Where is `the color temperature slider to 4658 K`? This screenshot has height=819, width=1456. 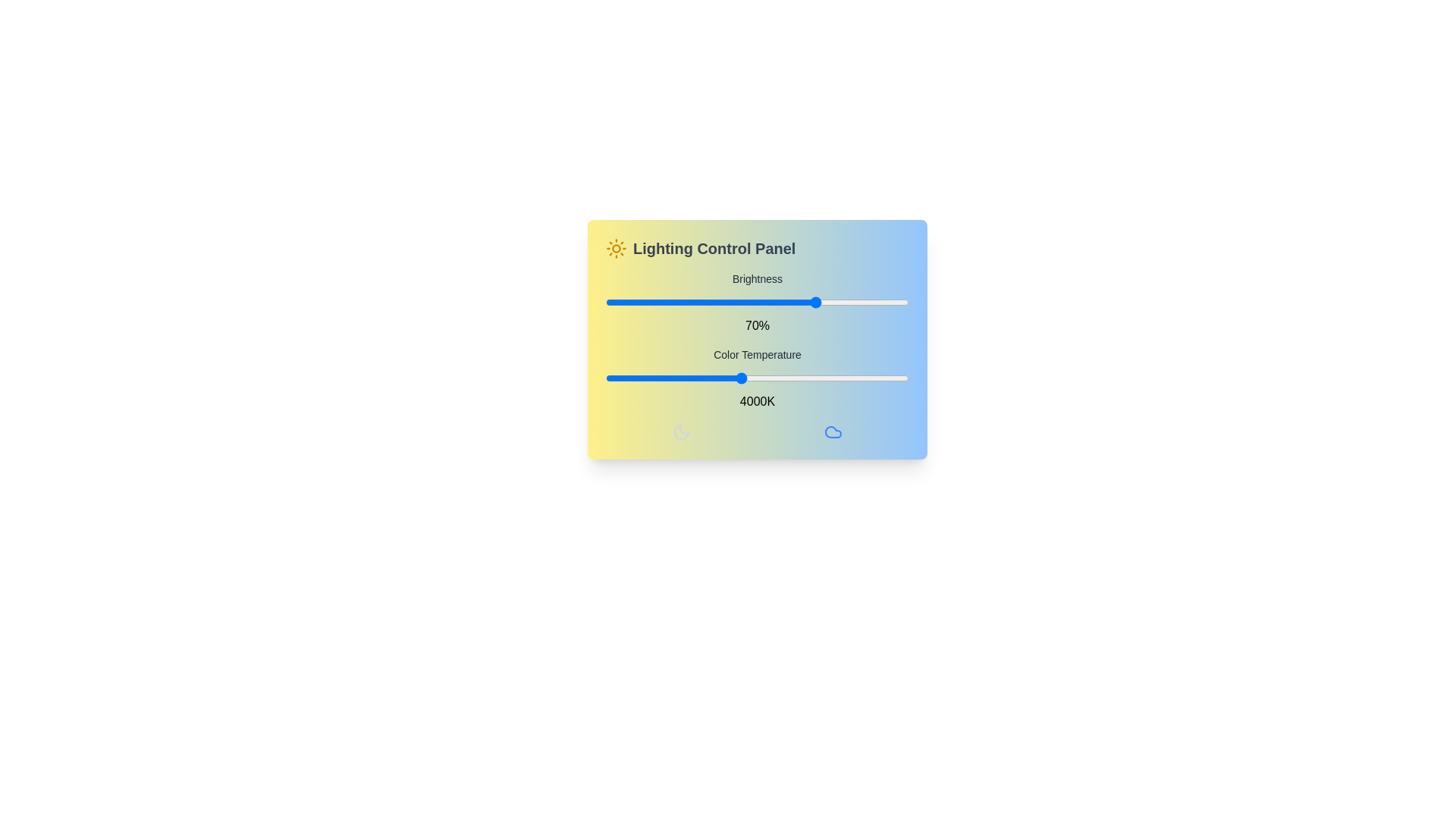
the color temperature slider to 4658 K is located at coordinates (785, 377).